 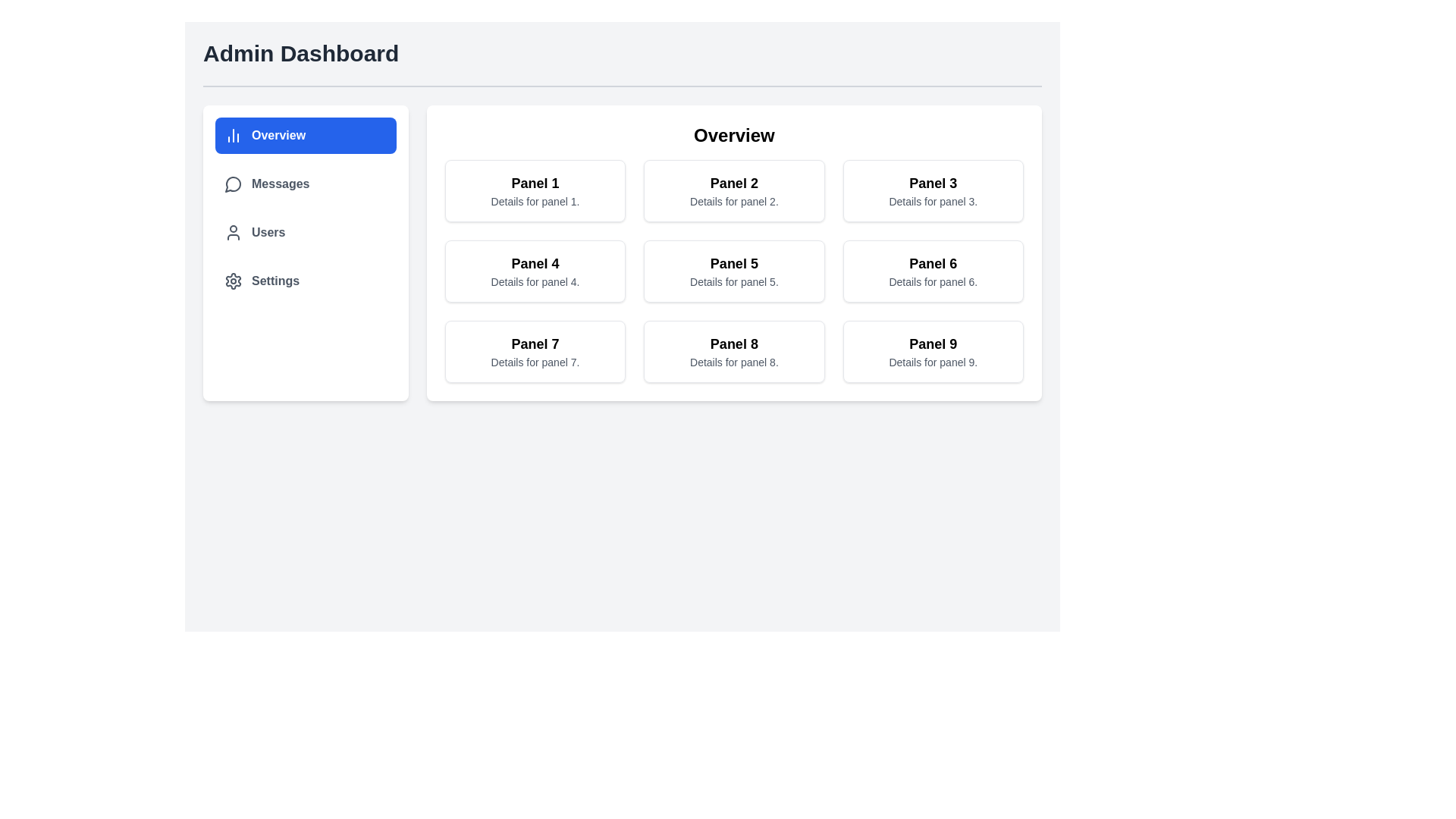 What do you see at coordinates (932, 281) in the screenshot?
I see `the descriptive text located directly below the 'Panel 6' heading in the sixth panel of the grid` at bounding box center [932, 281].